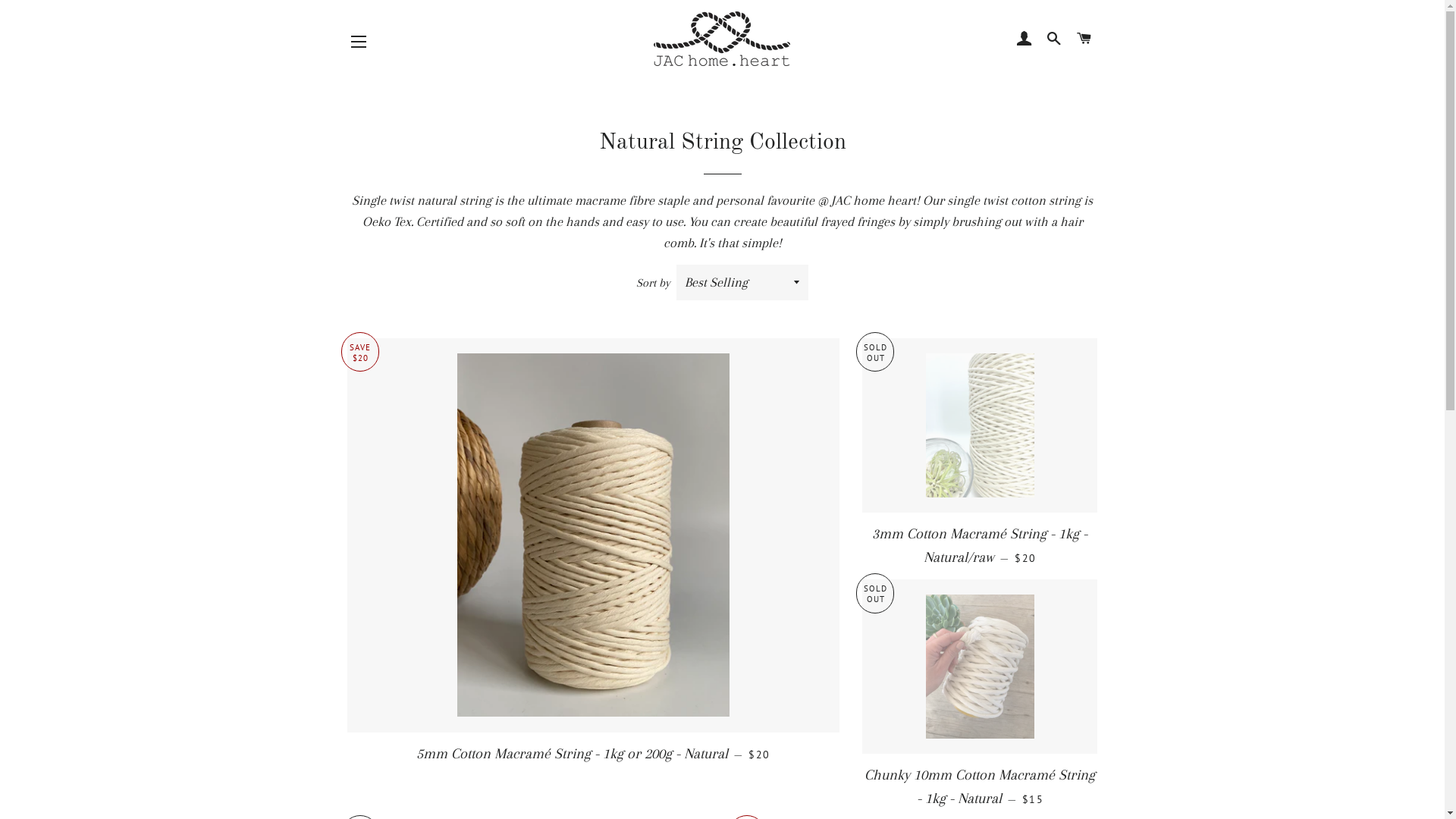 The height and width of the screenshot is (819, 1456). Describe the element at coordinates (1083, 37) in the screenshot. I see `'CART'` at that location.